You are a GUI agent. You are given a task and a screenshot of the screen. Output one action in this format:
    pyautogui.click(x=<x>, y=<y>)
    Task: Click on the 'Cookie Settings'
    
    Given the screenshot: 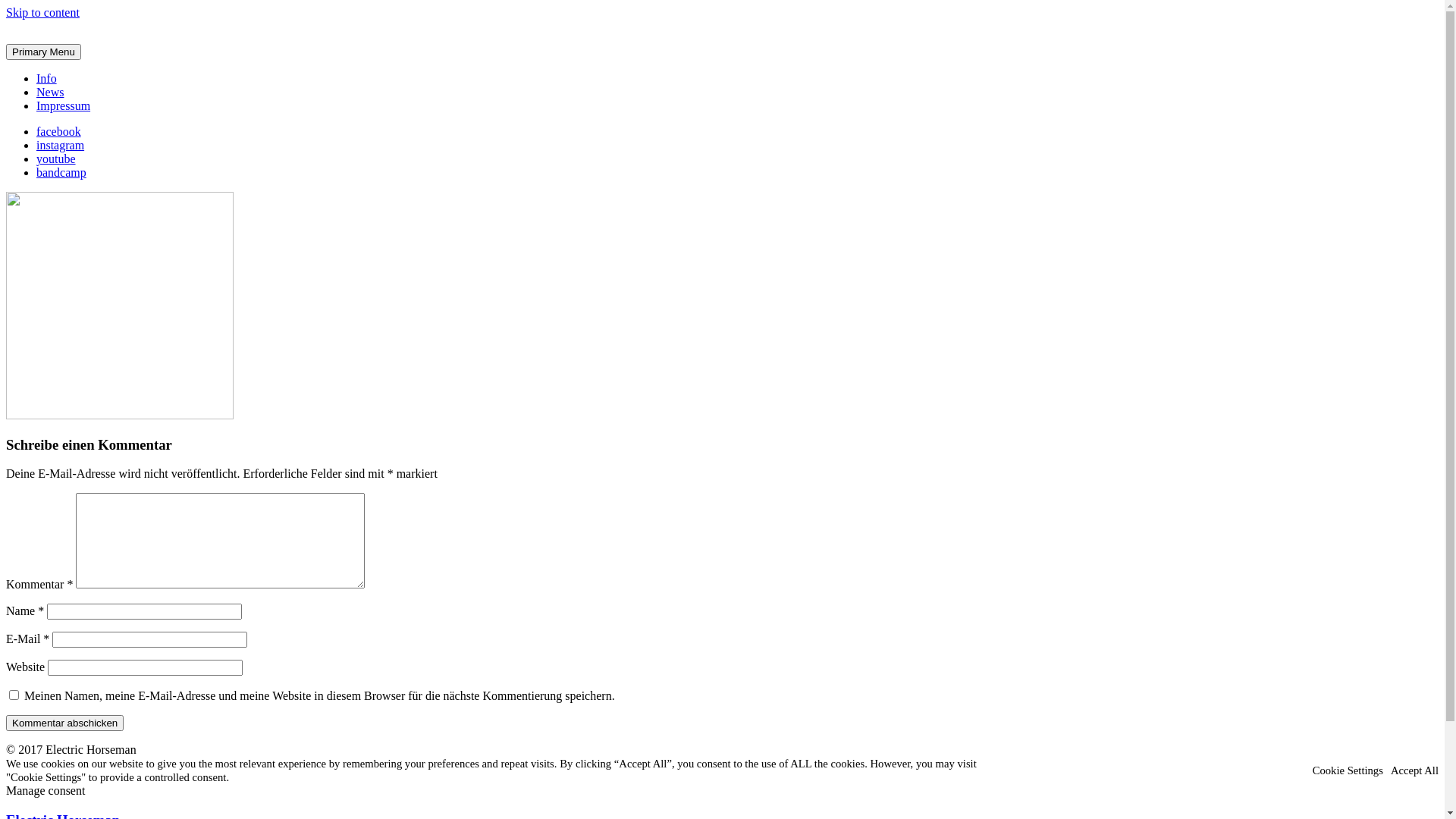 What is the action you would take?
    pyautogui.click(x=1348, y=770)
    